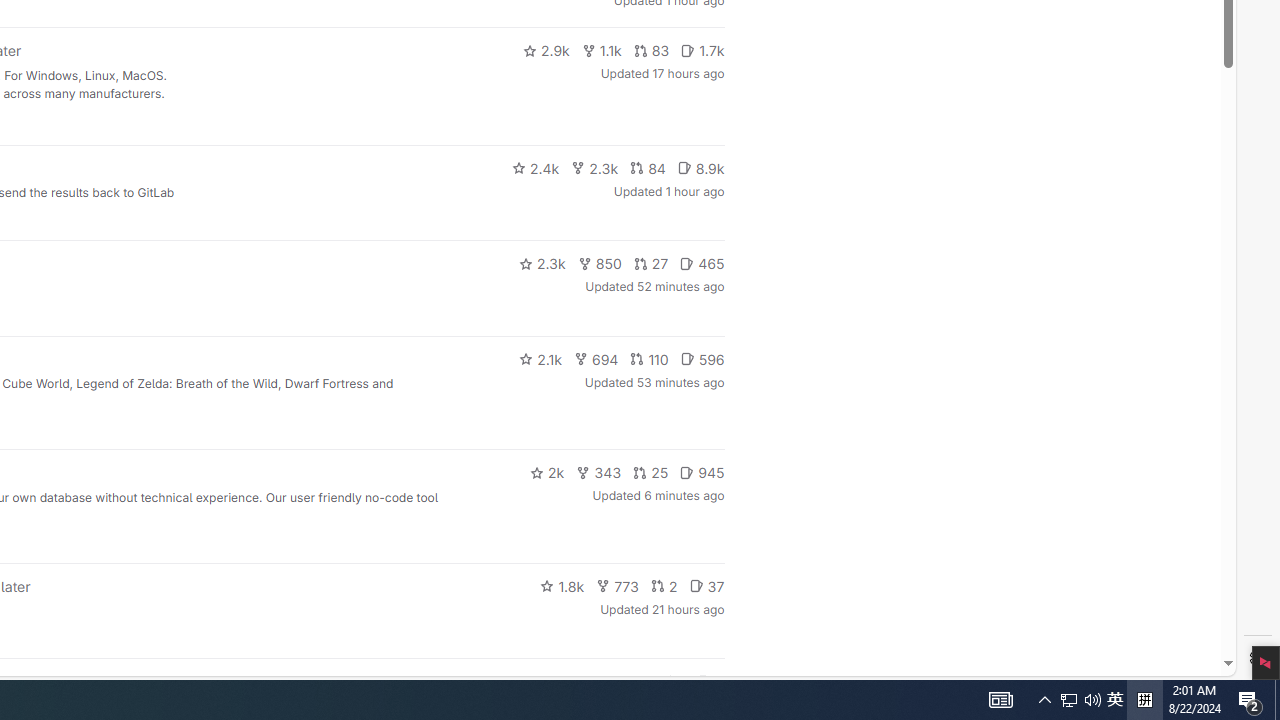  Describe the element at coordinates (664, 585) in the screenshot. I see `'2'` at that location.